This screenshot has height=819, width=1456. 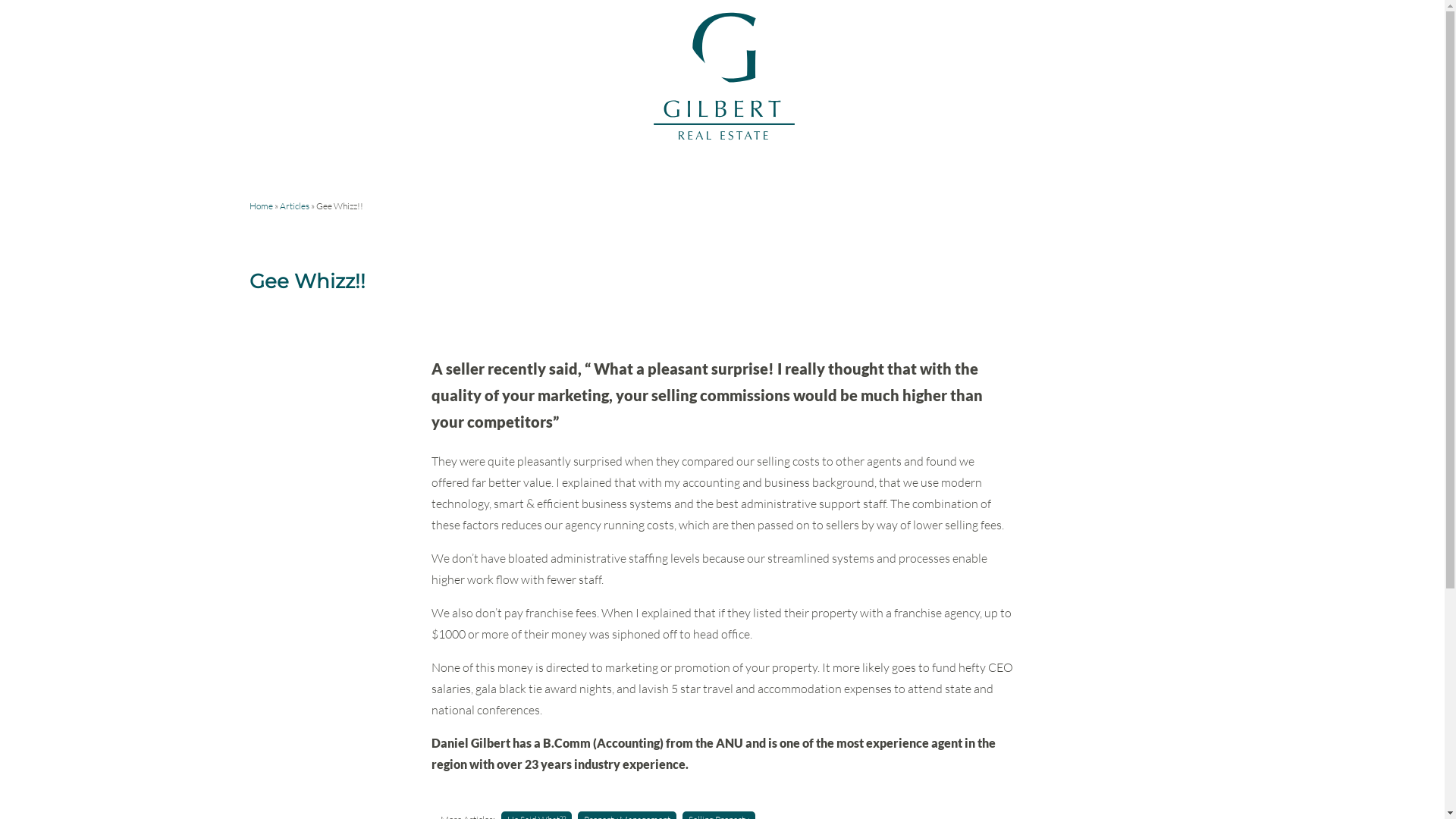 I want to click on 'Home', so click(x=260, y=206).